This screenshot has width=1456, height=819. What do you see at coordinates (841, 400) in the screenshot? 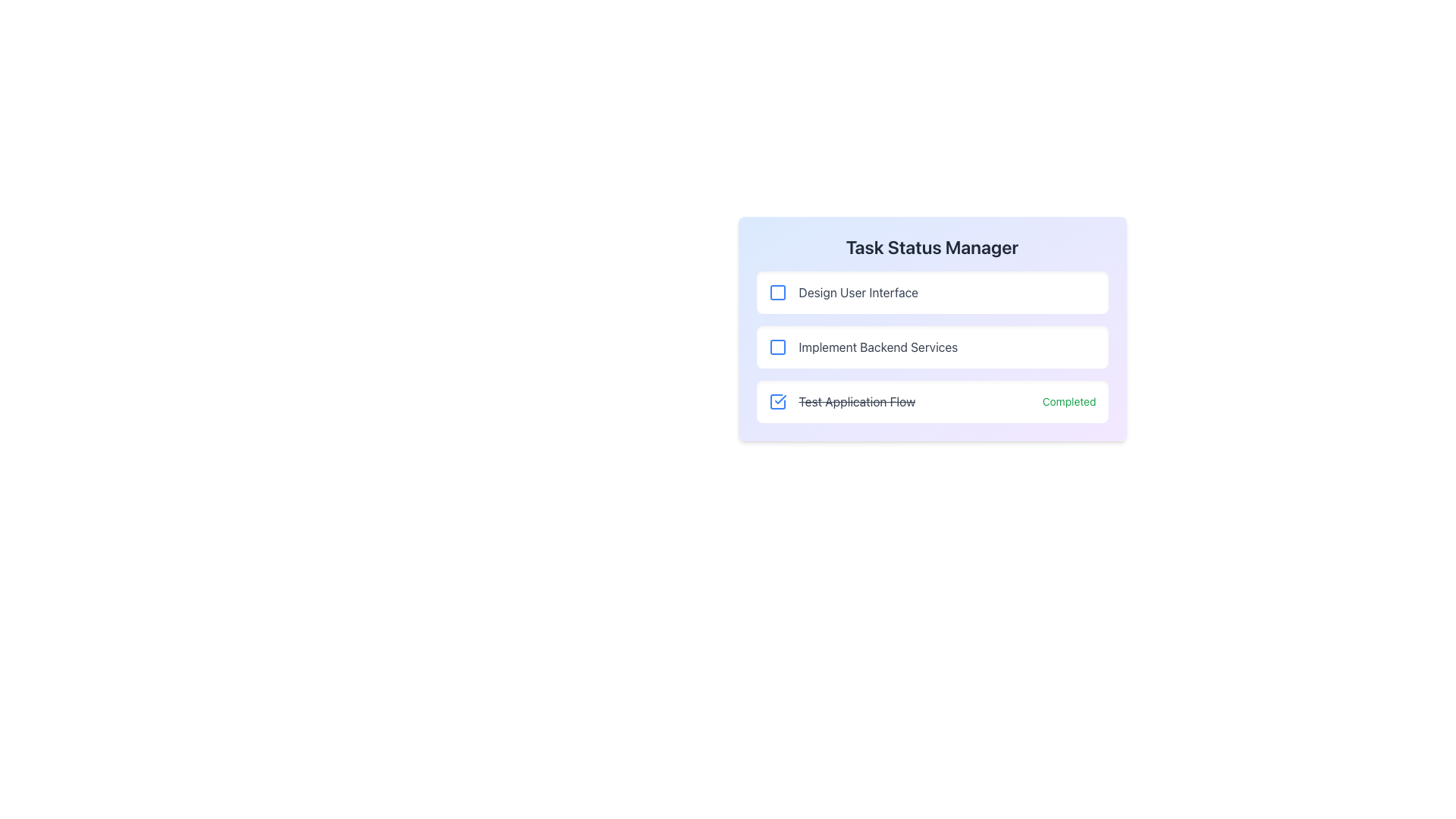
I see `text of the third task label, which displays 'Test Application Flow' with a strikethrough, indicating it is a completed or invalidated task` at bounding box center [841, 400].